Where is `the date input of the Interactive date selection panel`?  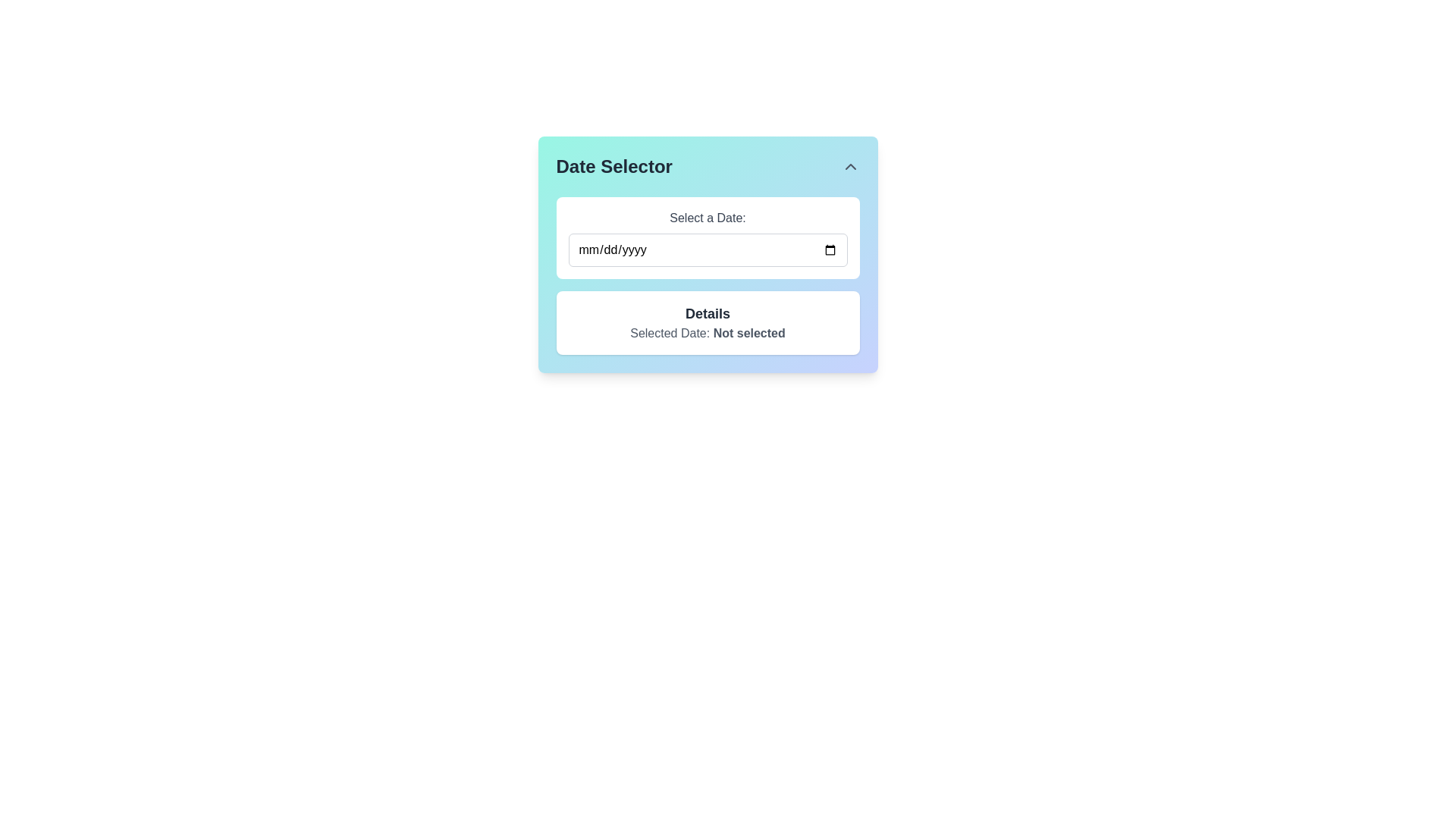
the date input of the Interactive date selection panel is located at coordinates (707, 253).